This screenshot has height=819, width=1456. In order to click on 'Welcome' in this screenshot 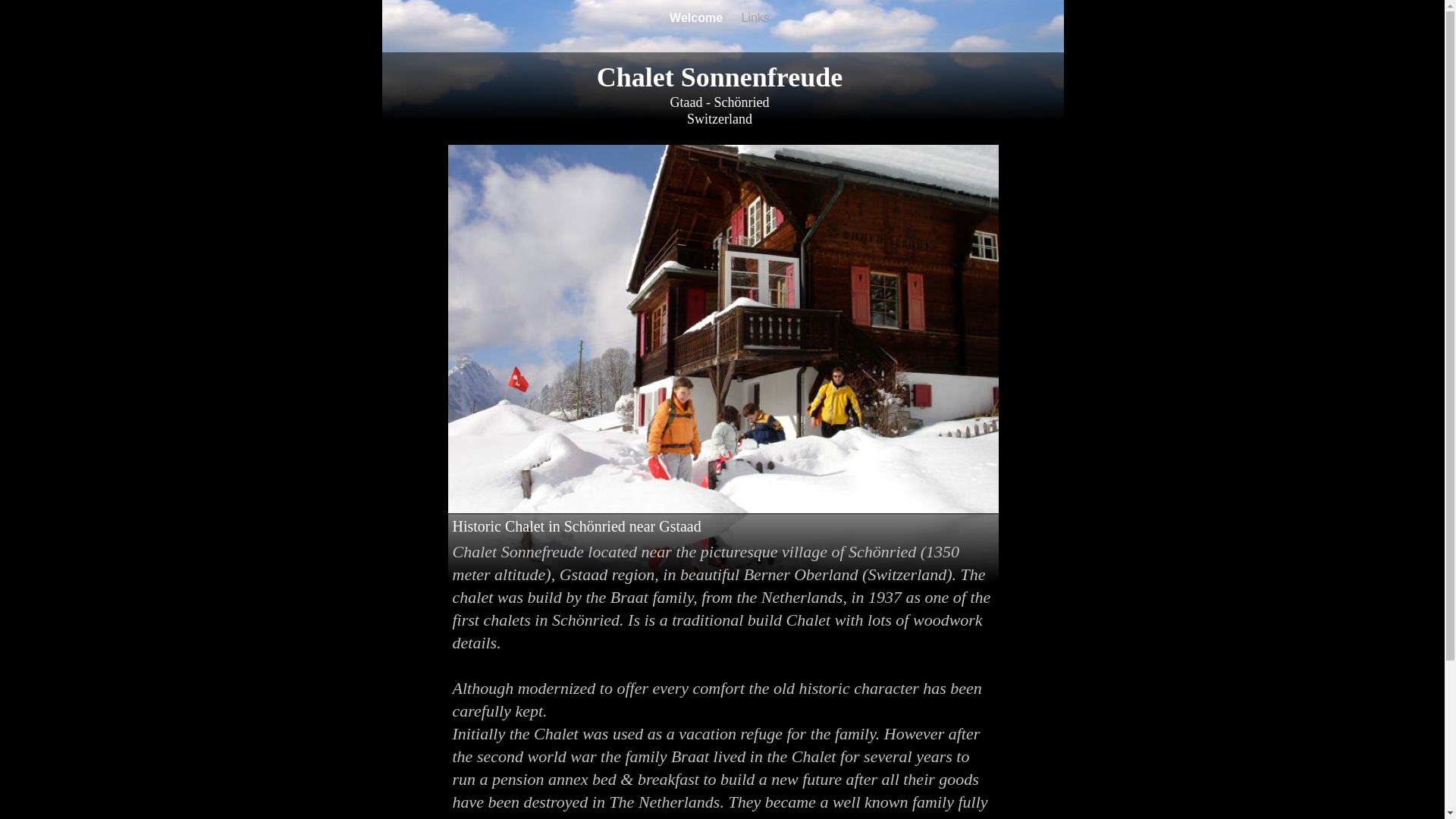, I will do `click(697, 17)`.